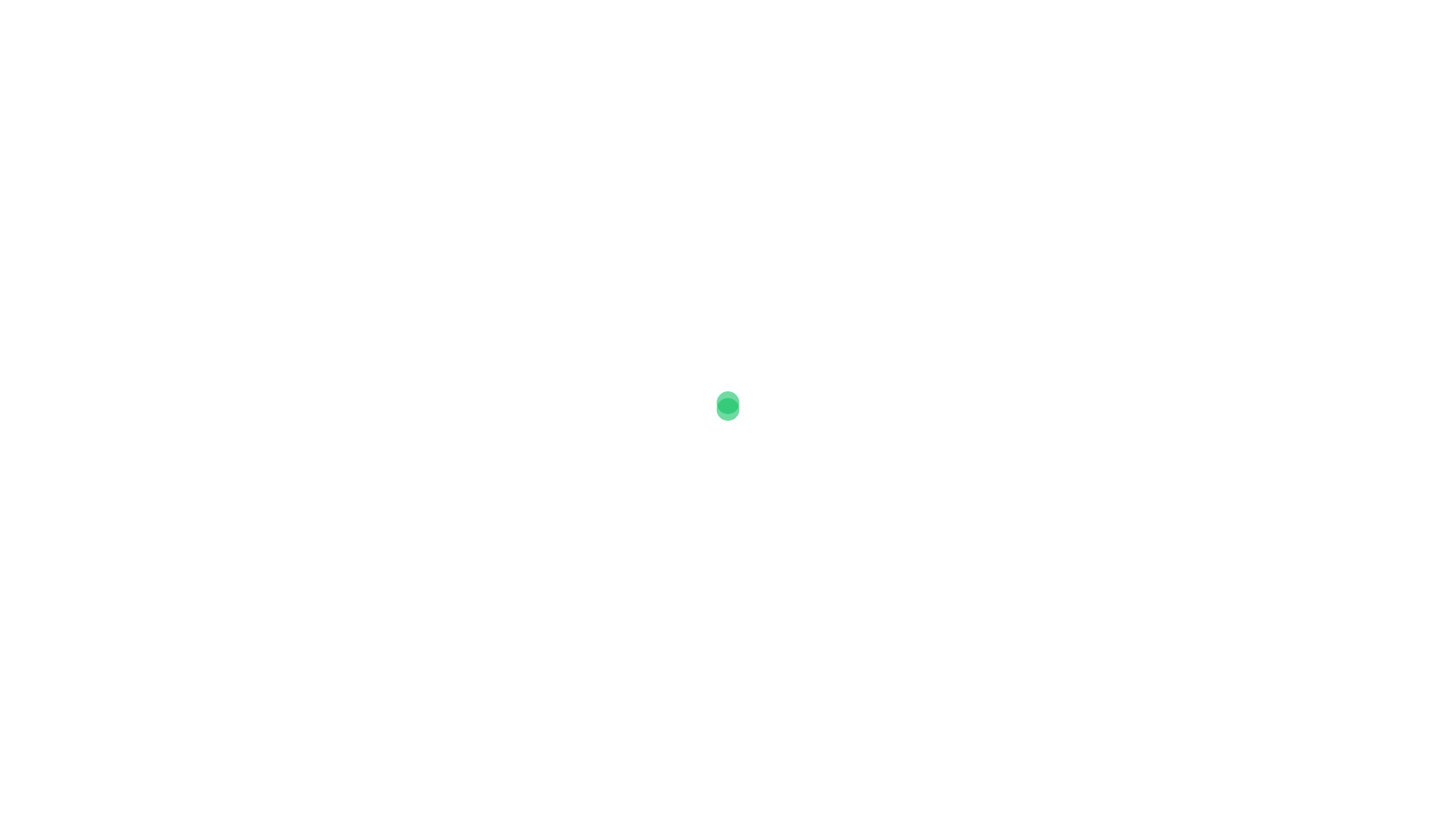 The width and height of the screenshot is (1456, 819). What do you see at coordinates (1096, 27) in the screenshot?
I see `'Wat is jouw idee?'` at bounding box center [1096, 27].